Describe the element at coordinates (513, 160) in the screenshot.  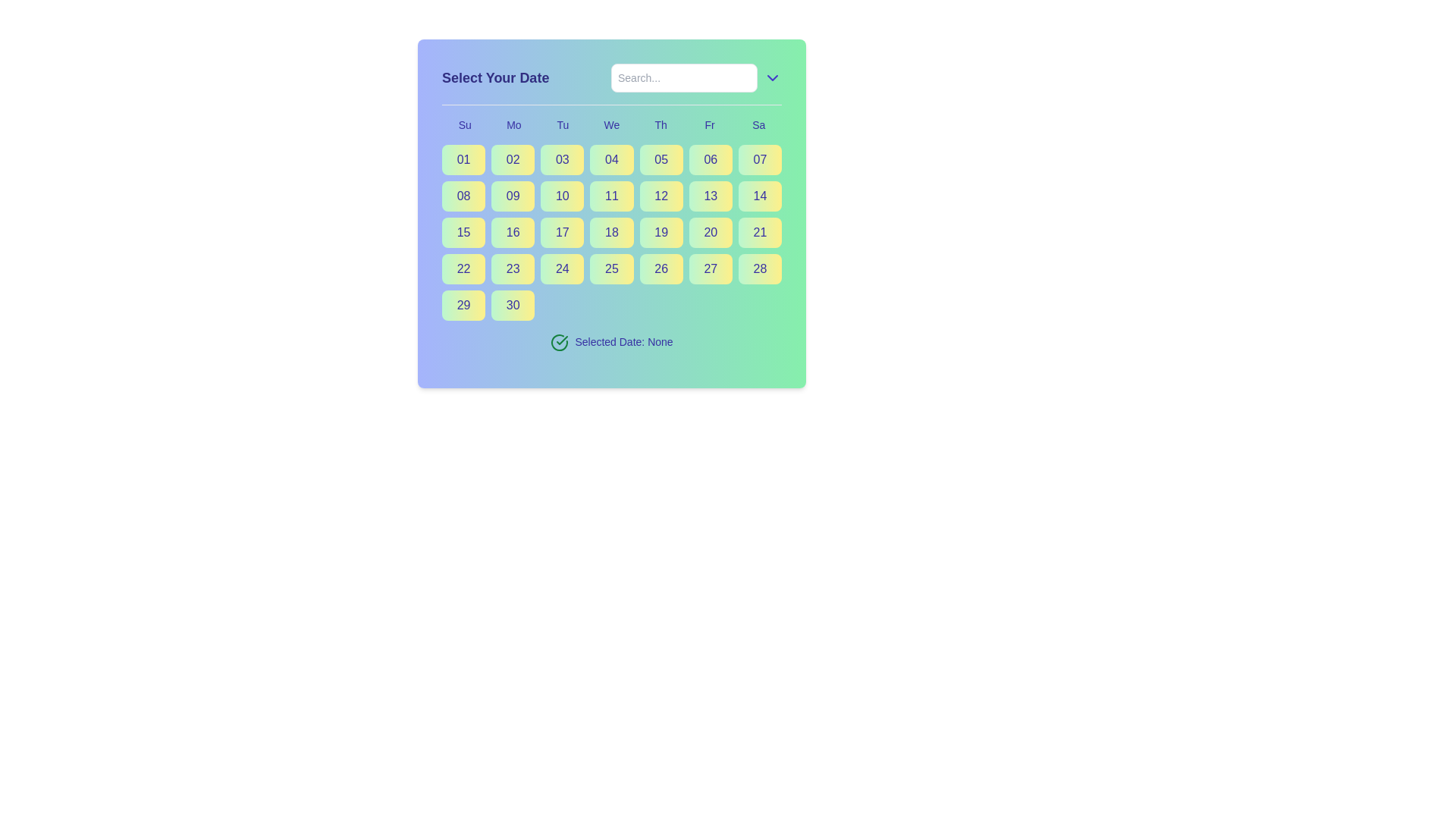
I see `the second button in the calendar grid layout labeled '02'` at that location.